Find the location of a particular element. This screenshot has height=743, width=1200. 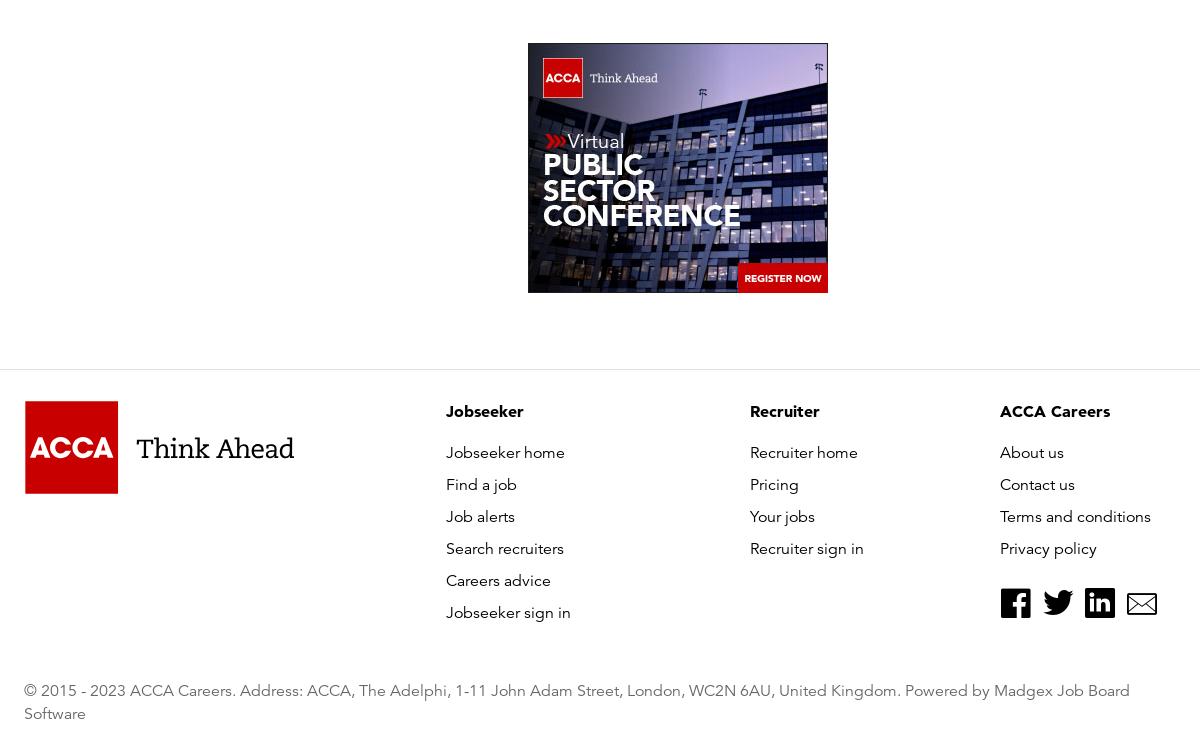

'Jobseeker' is located at coordinates (484, 409).